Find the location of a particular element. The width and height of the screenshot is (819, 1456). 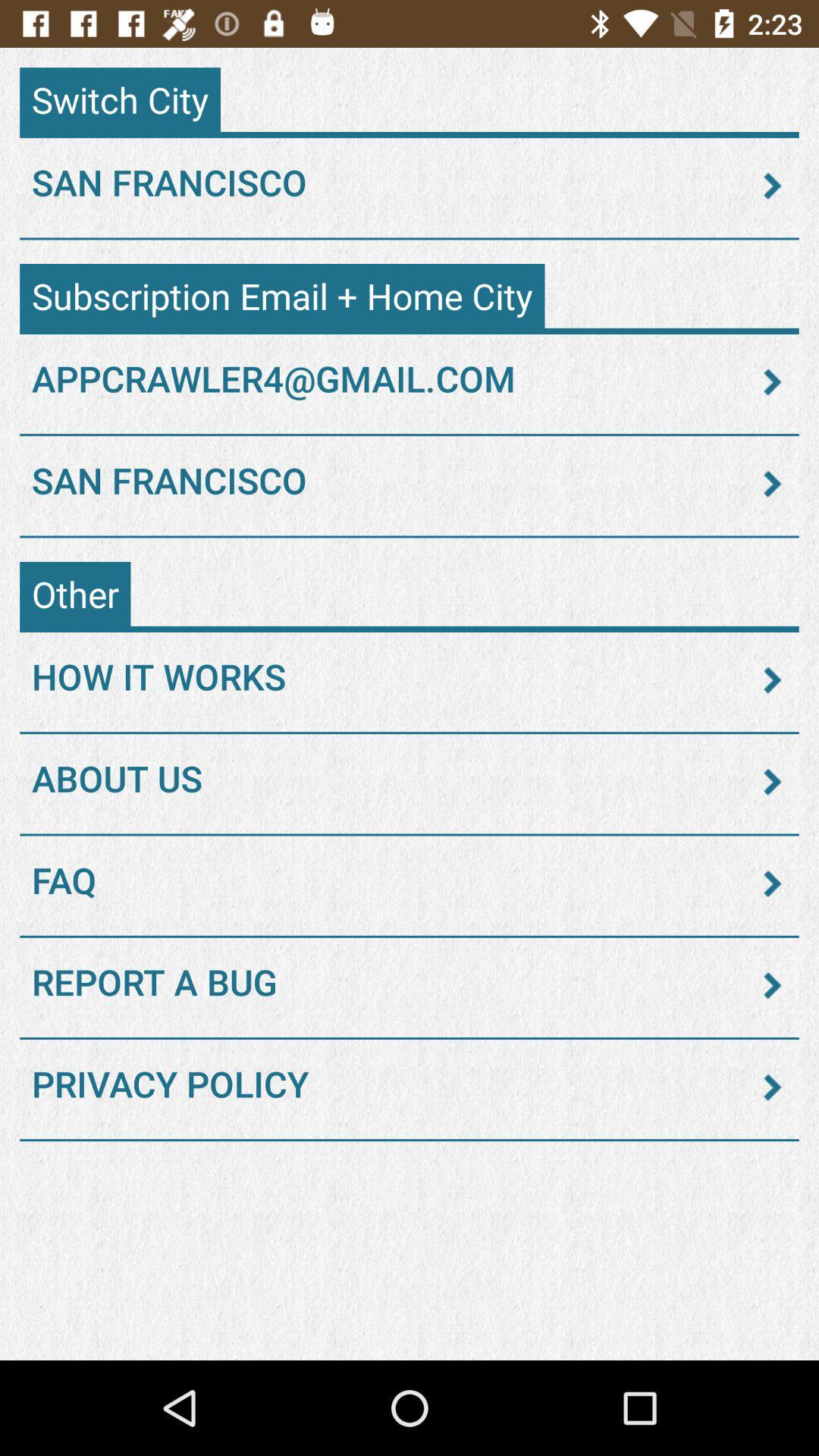

appcrawler4@gmail.com item is located at coordinates (409, 382).